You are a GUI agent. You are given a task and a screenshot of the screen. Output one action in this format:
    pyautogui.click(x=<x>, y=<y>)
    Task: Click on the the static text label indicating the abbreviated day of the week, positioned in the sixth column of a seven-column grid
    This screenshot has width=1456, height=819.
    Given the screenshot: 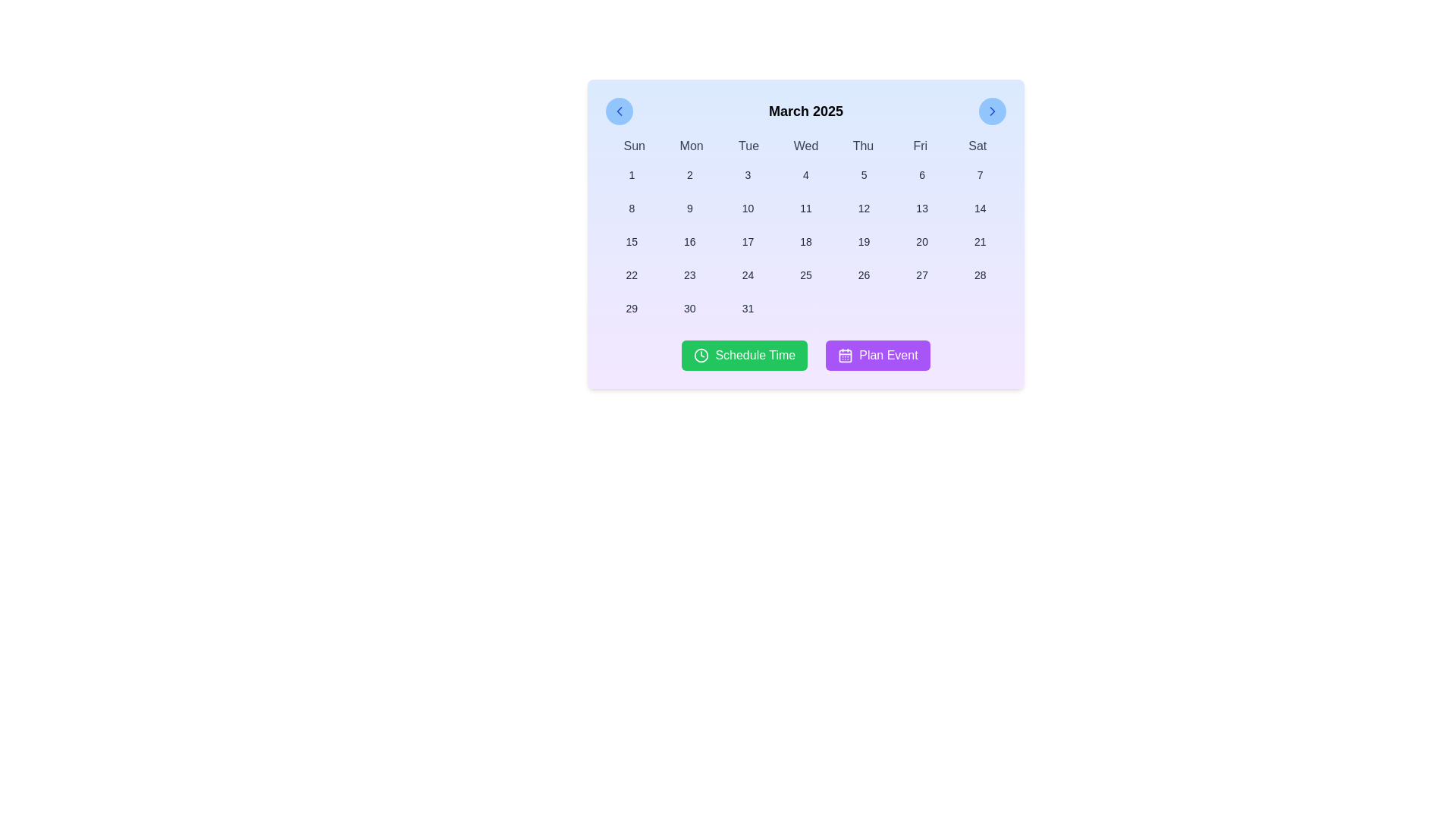 What is the action you would take?
    pyautogui.click(x=919, y=146)
    